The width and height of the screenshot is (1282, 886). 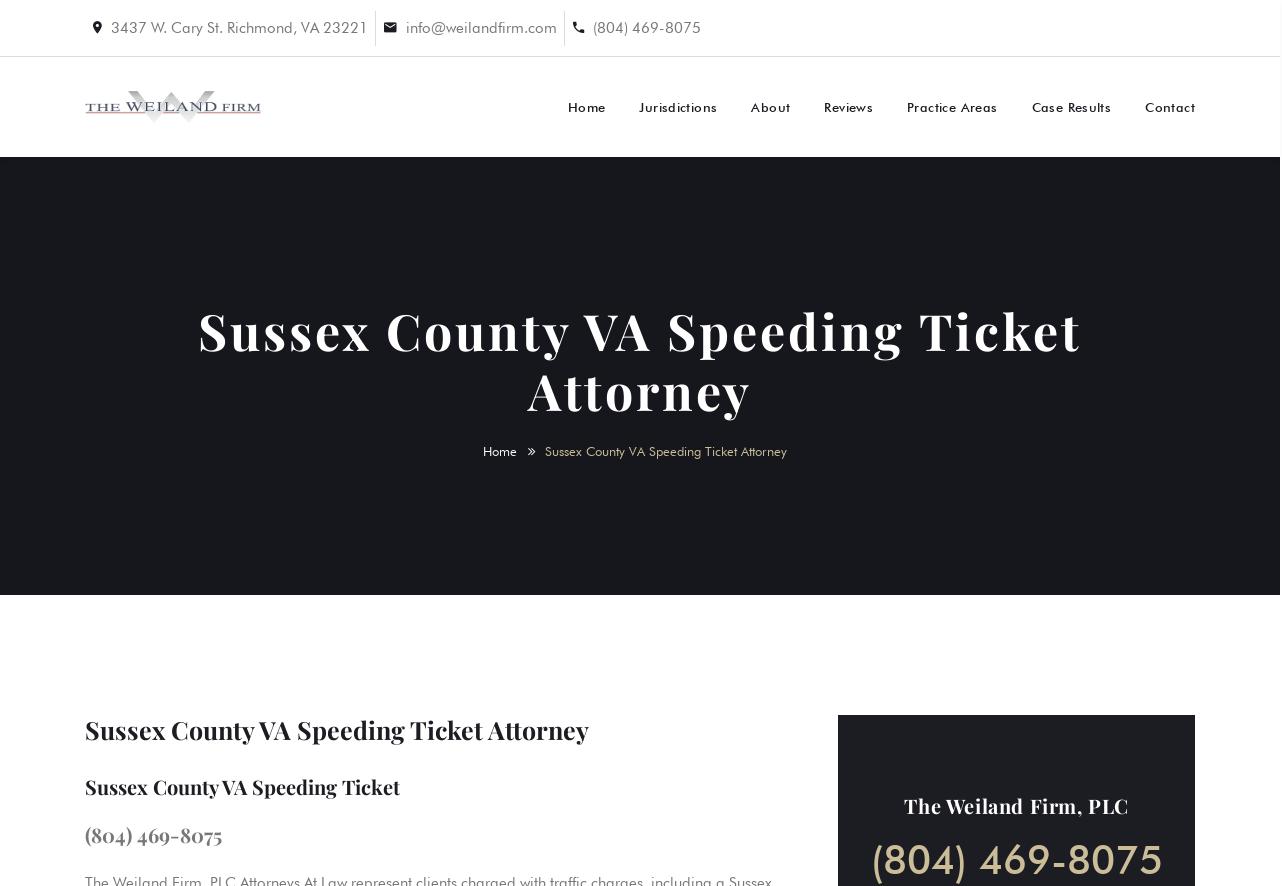 What do you see at coordinates (740, 404) in the screenshot?
I see `'Dinwiddie County'` at bounding box center [740, 404].